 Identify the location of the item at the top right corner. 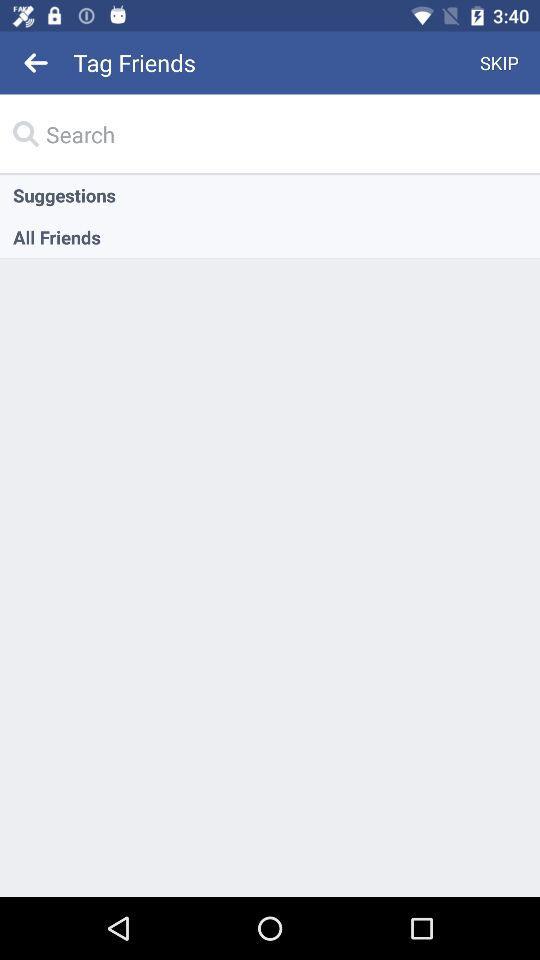
(498, 62).